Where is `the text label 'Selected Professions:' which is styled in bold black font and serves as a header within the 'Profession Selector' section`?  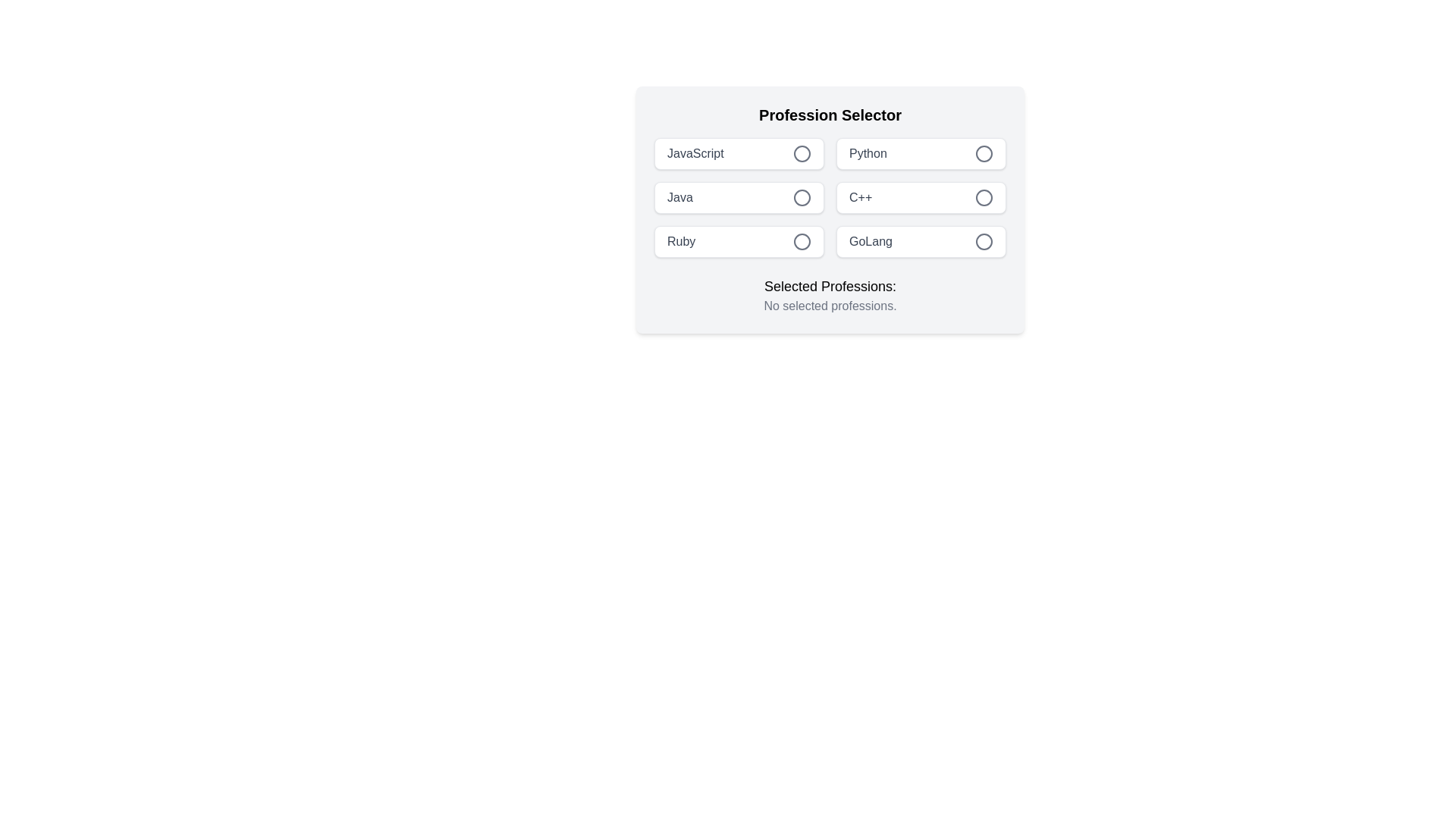
the text label 'Selected Professions:' which is styled in bold black font and serves as a header within the 'Profession Selector' section is located at coordinates (829, 287).